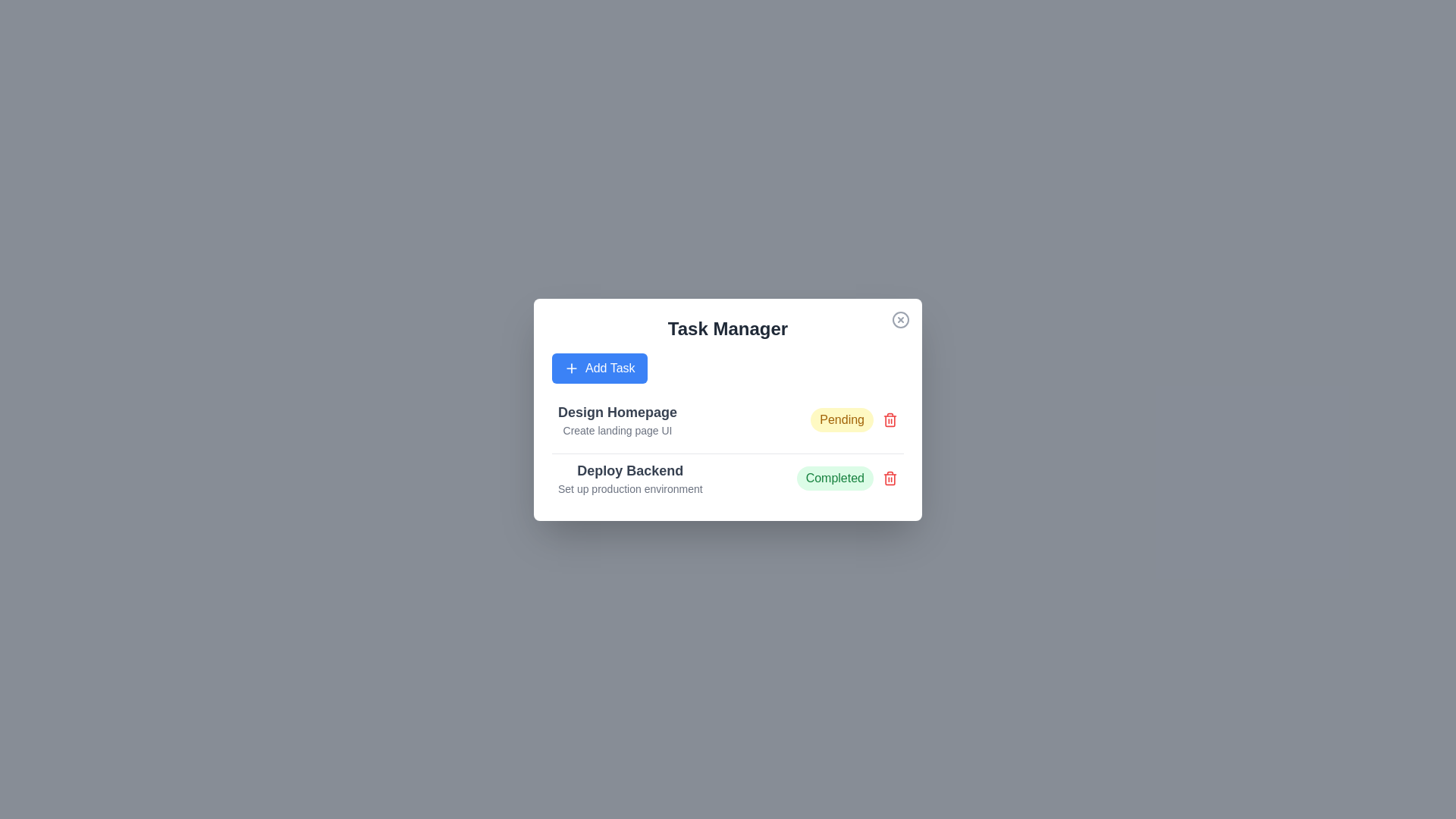  I want to click on the details of the task represented by the text block located in the second row of the task manager under the header 'Task Manager', following the task 'Design Homepage', so click(630, 478).